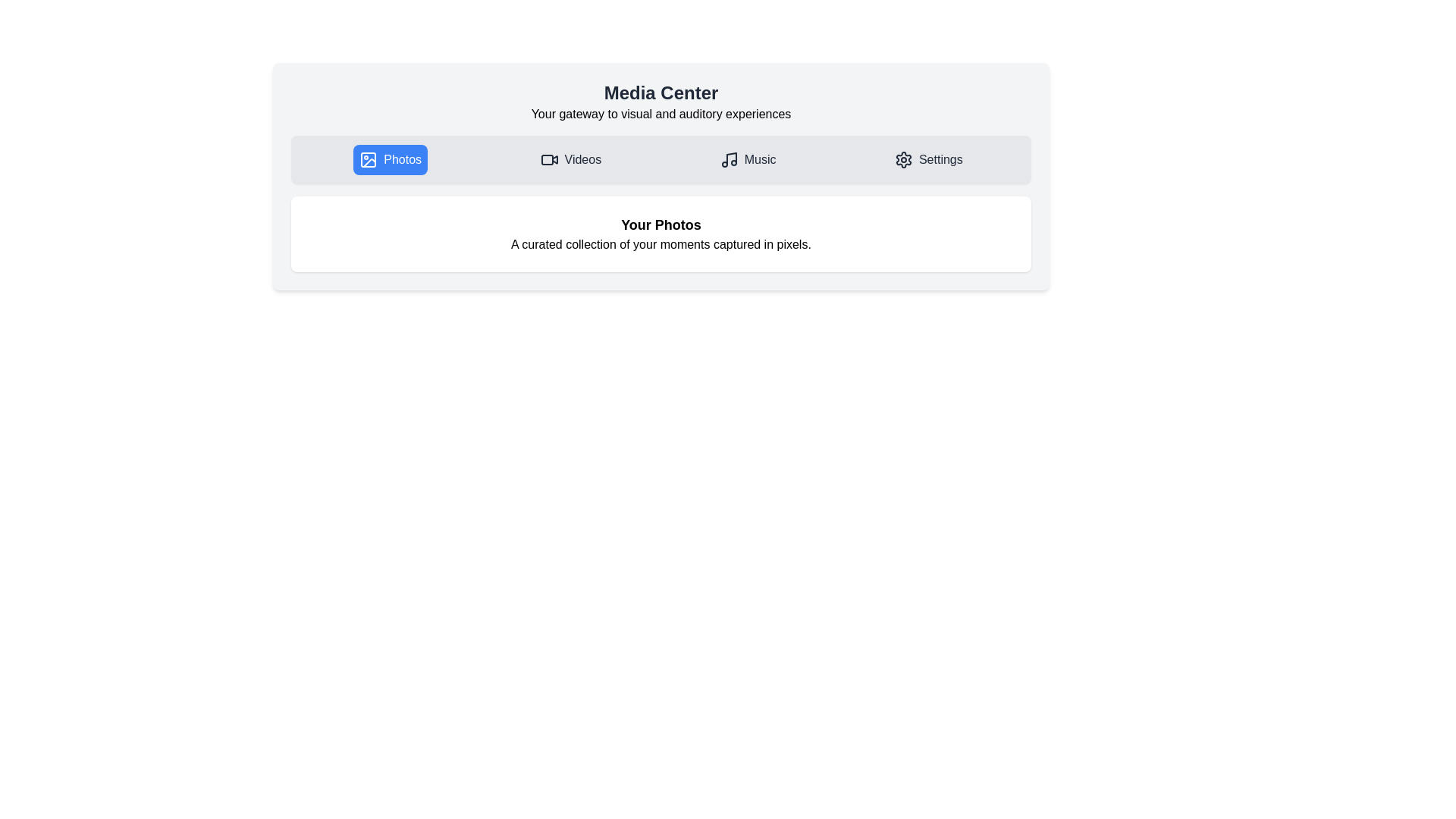 The image size is (1456, 819). What do you see at coordinates (548, 160) in the screenshot?
I see `the 'Videos' icon located on the left side of the 'Videos' label, which visually supports the label and may act as a button` at bounding box center [548, 160].